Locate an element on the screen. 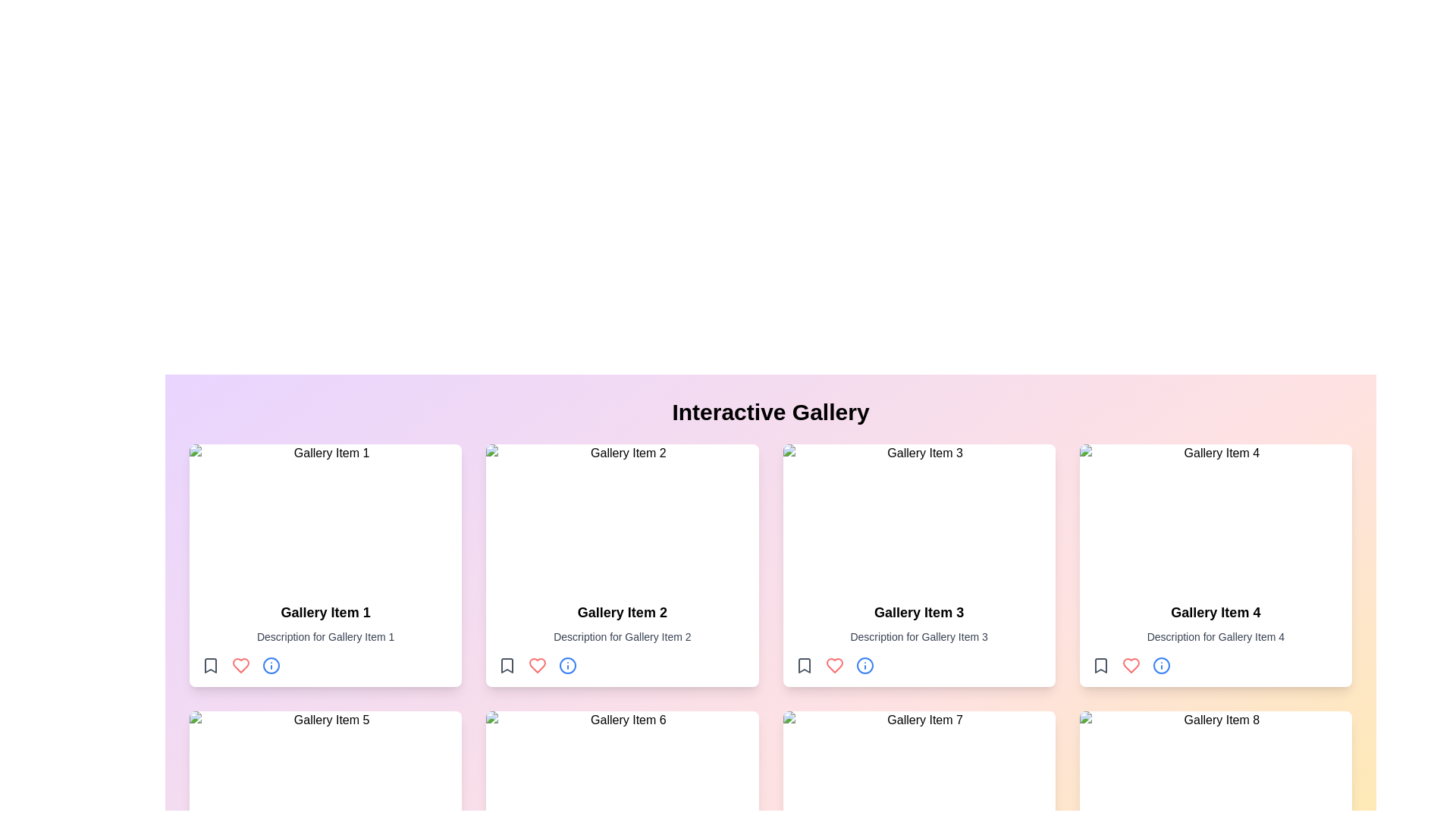 The image size is (1456, 819). the static text label providing additional information about 'Gallery Item 3', which is positioned directly below its title and above a row of icons is located at coordinates (918, 637).